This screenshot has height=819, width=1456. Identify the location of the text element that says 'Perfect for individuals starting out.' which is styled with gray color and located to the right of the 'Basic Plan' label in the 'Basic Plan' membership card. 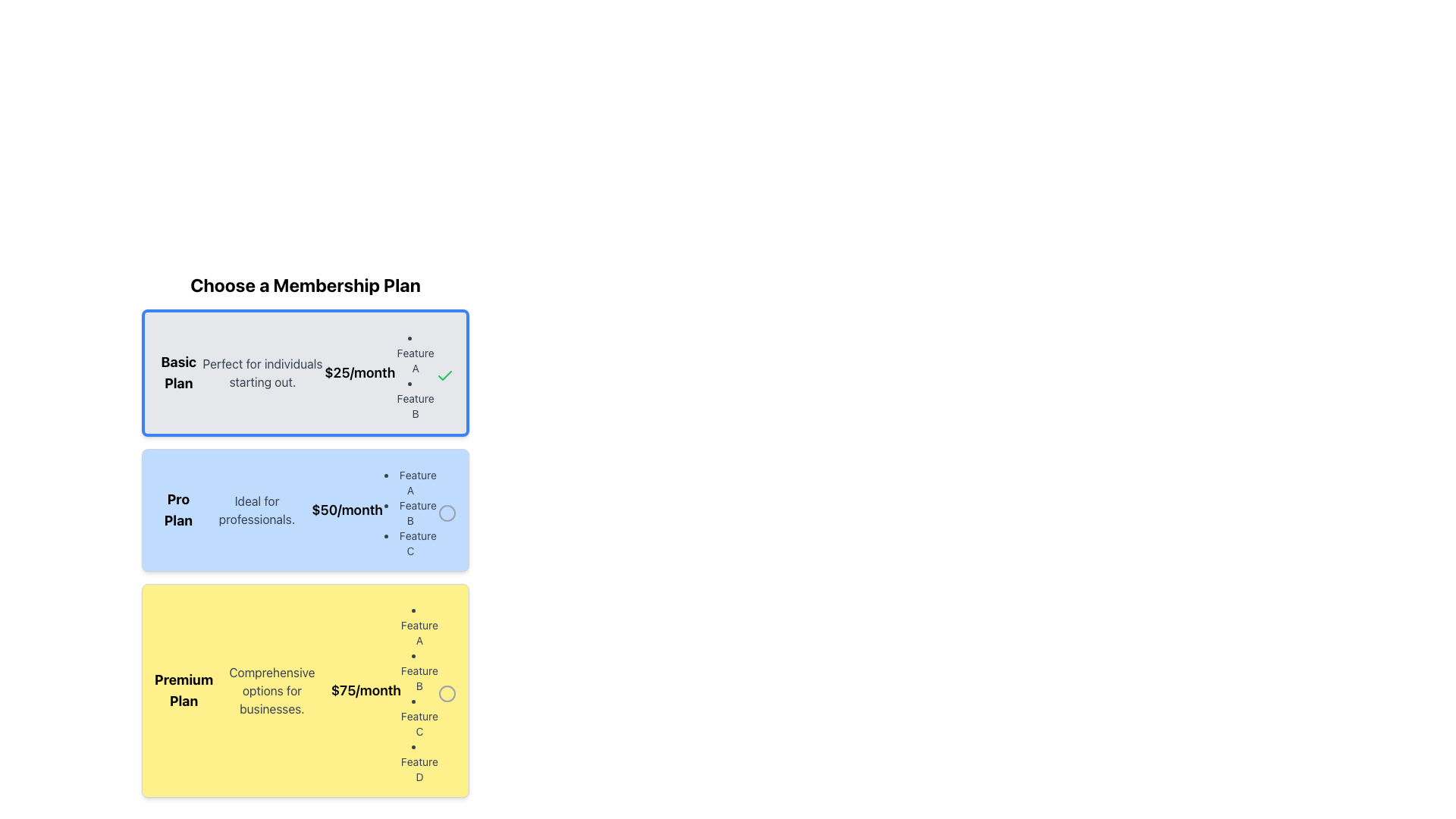
(262, 373).